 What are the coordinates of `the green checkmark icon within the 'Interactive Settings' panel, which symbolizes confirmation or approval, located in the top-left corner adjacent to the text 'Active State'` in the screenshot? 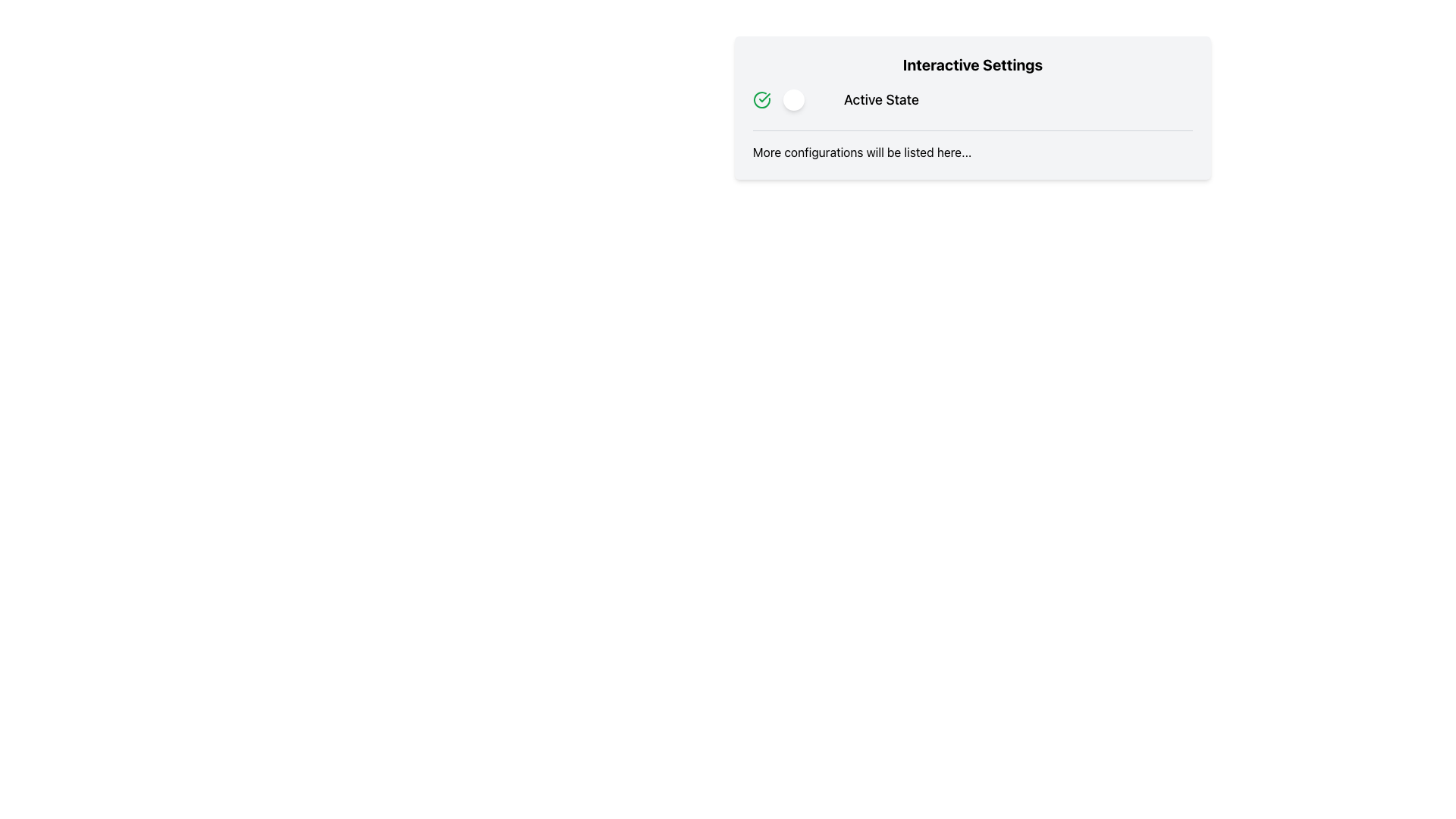 It's located at (764, 97).